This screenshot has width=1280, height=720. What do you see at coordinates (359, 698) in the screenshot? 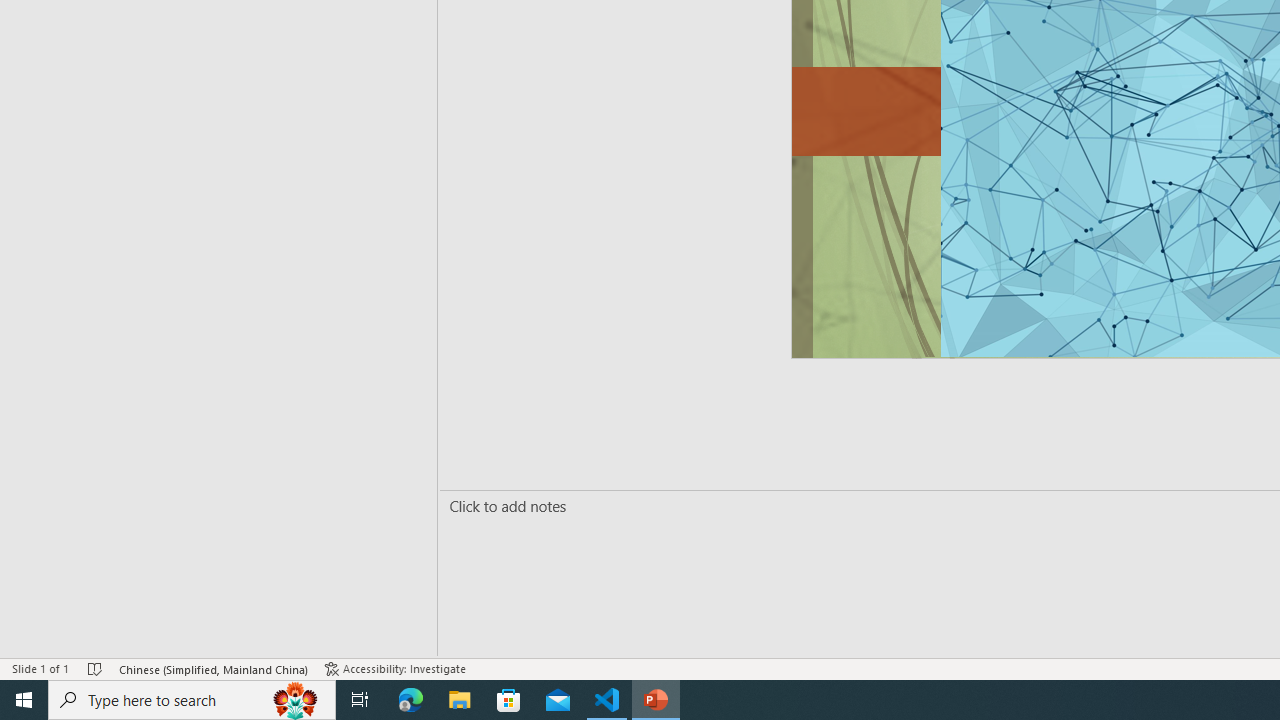
I see `'Task View'` at bounding box center [359, 698].